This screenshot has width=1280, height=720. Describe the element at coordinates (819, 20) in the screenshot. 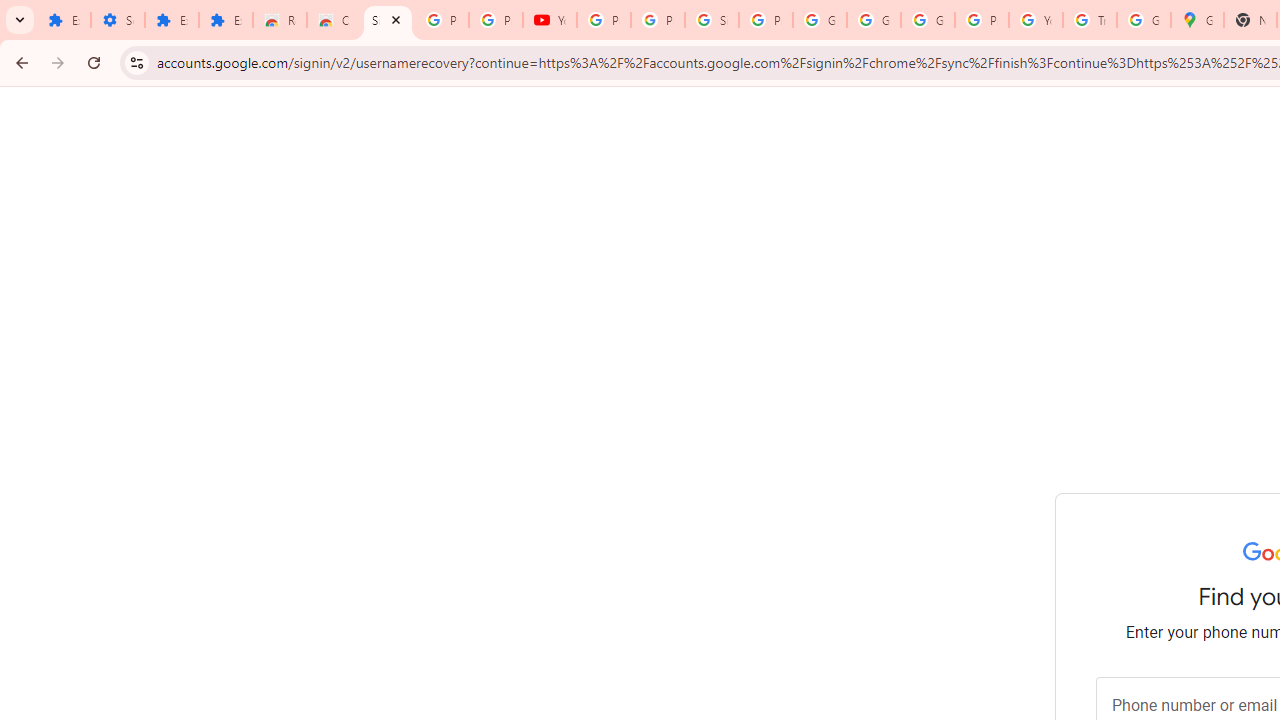

I see `'Google Account'` at that location.